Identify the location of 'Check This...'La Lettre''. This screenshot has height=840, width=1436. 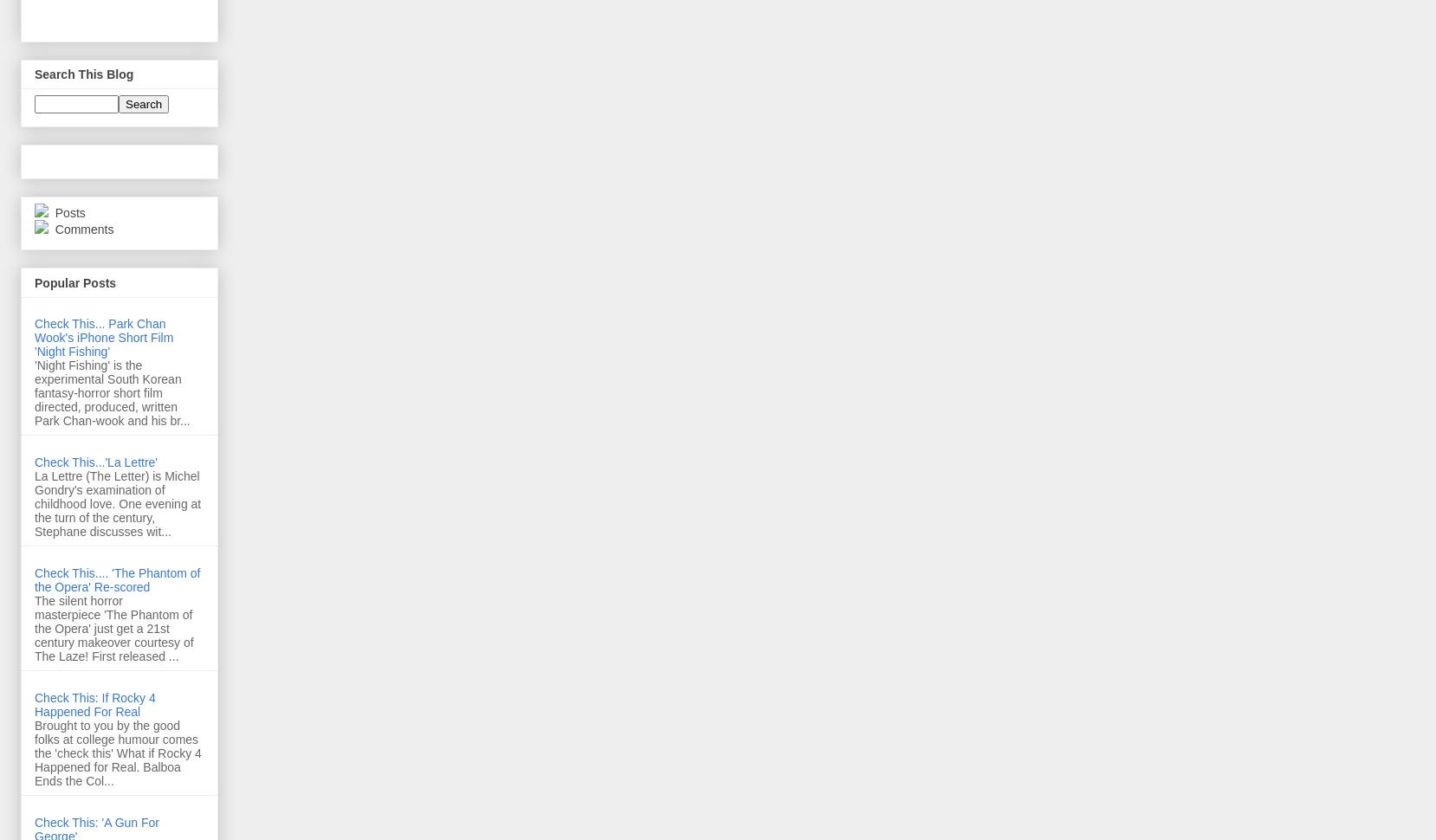
(94, 462).